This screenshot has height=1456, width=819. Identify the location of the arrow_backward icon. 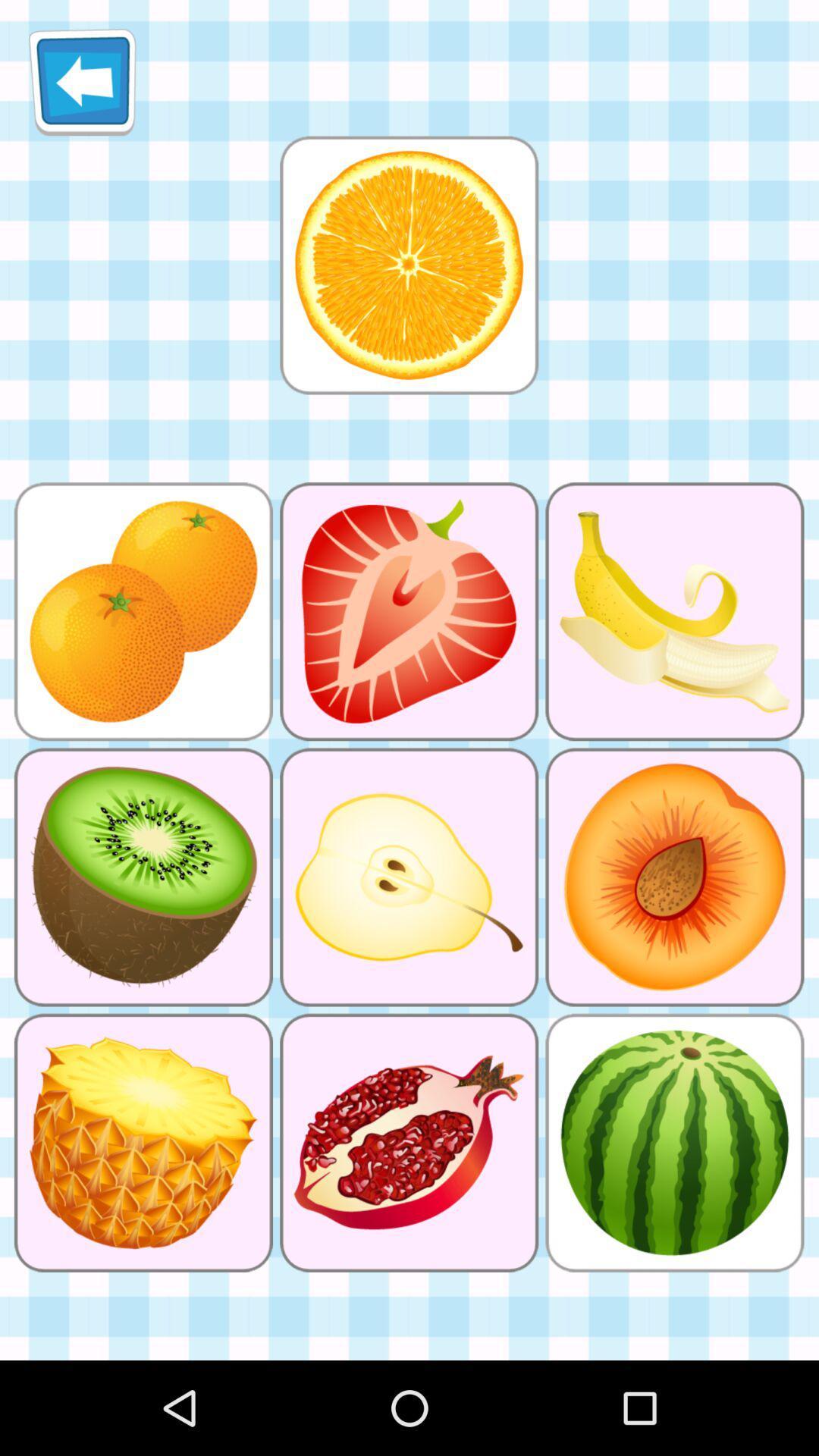
(82, 87).